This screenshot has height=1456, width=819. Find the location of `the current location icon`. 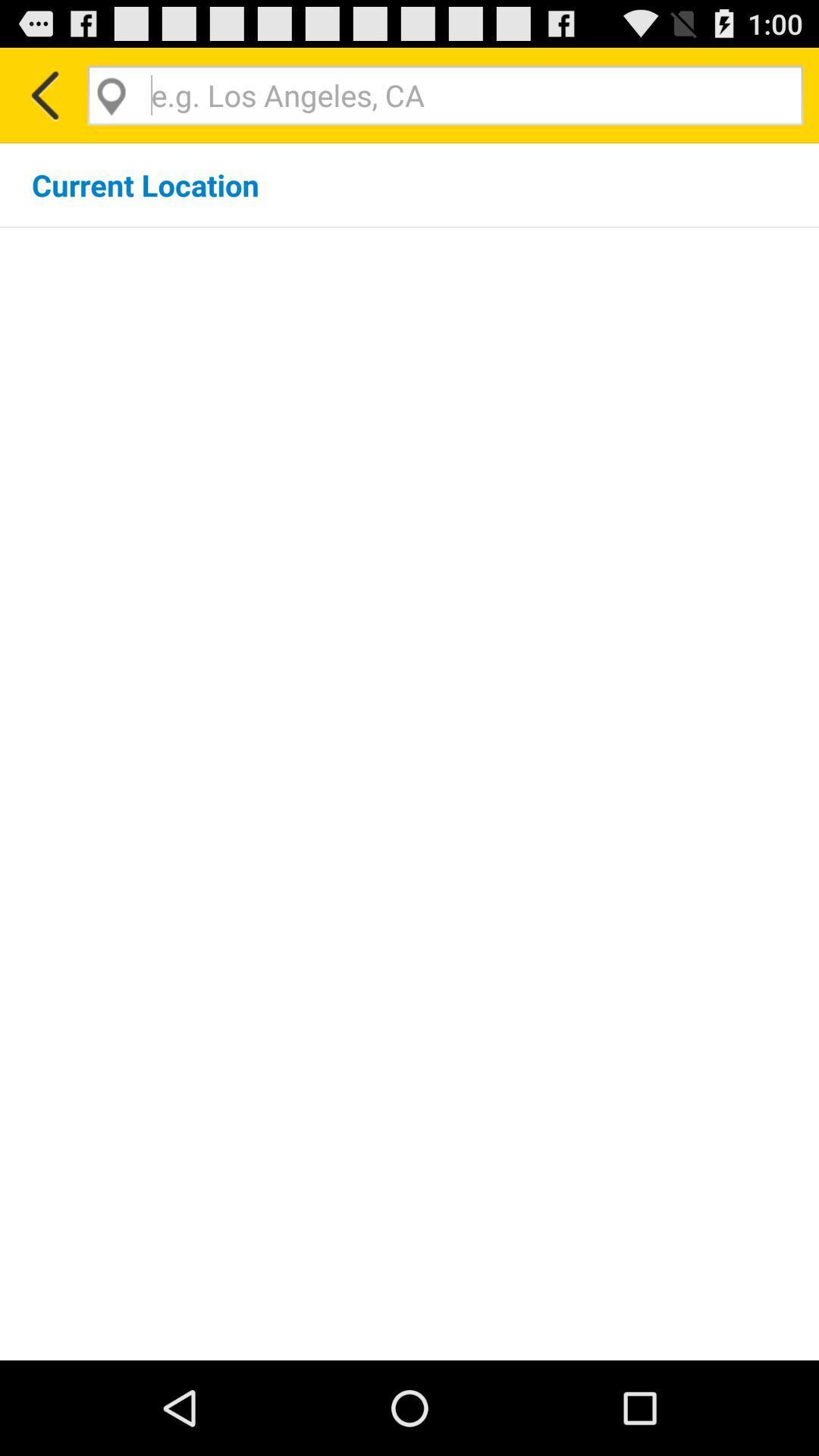

the current location icon is located at coordinates (146, 184).